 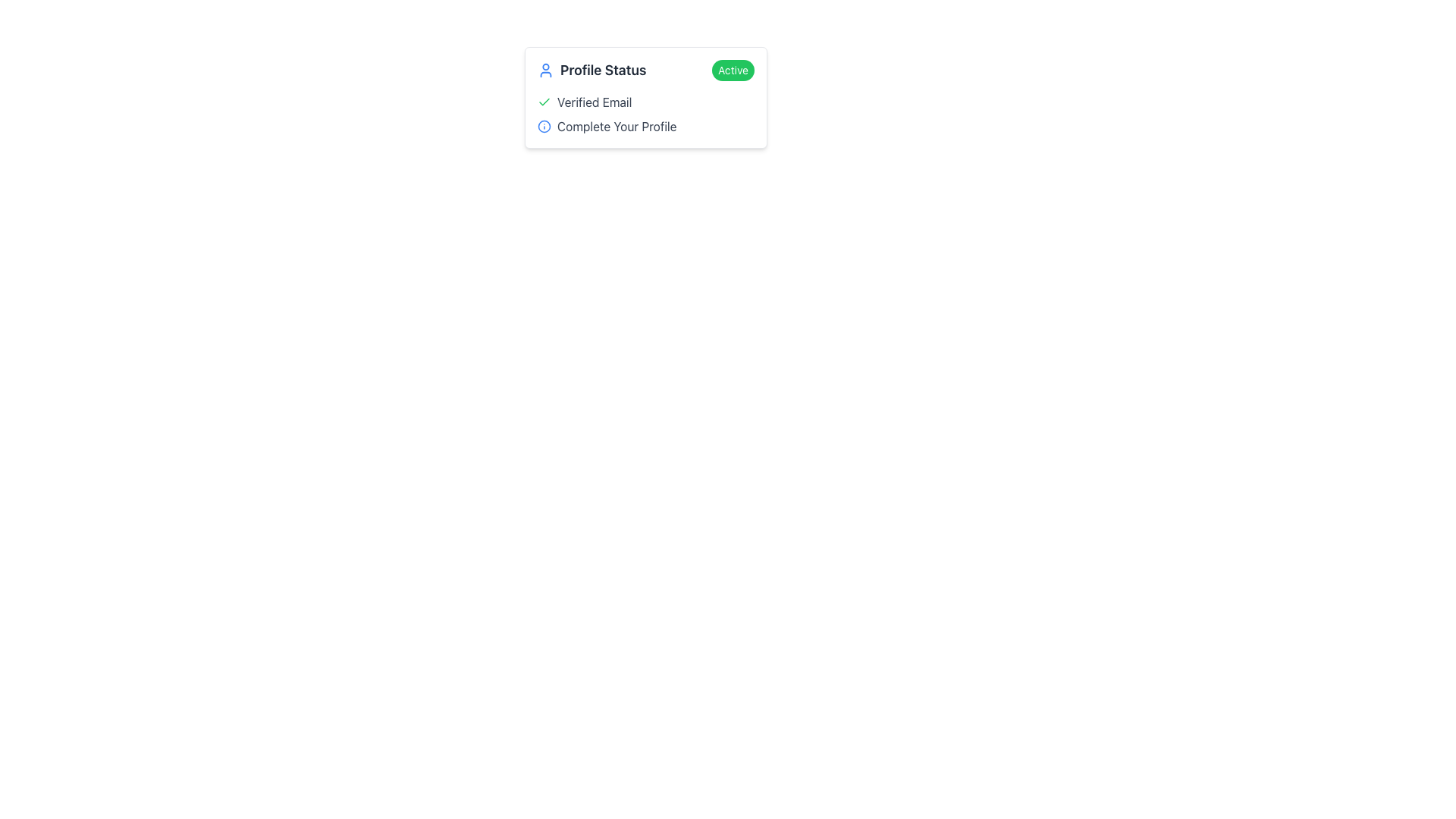 I want to click on the 'Profile Status' label which is styled with a bold, gray font and is positioned next to a blue user icon, located in the upper-left part of the card-like interface, so click(x=591, y=70).